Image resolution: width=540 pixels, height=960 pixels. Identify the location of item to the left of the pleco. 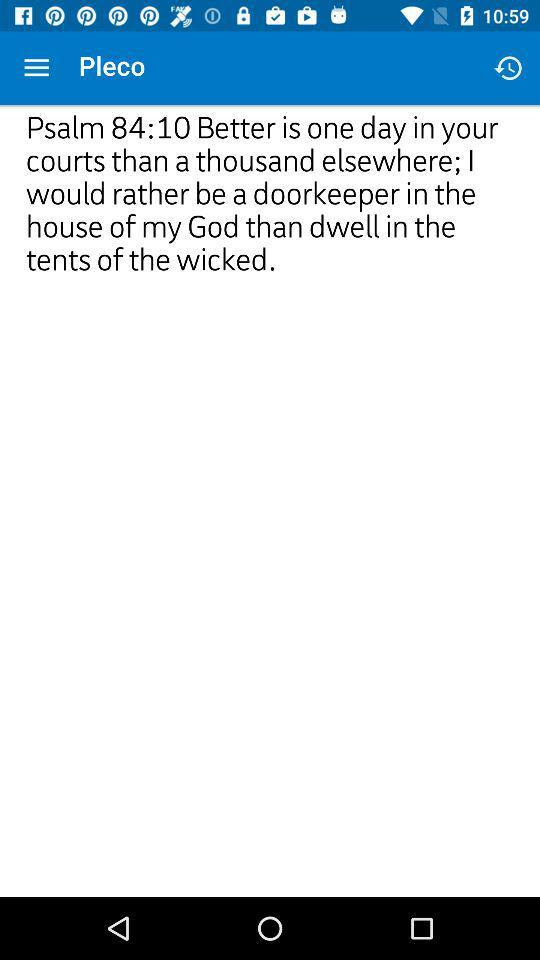
(36, 68).